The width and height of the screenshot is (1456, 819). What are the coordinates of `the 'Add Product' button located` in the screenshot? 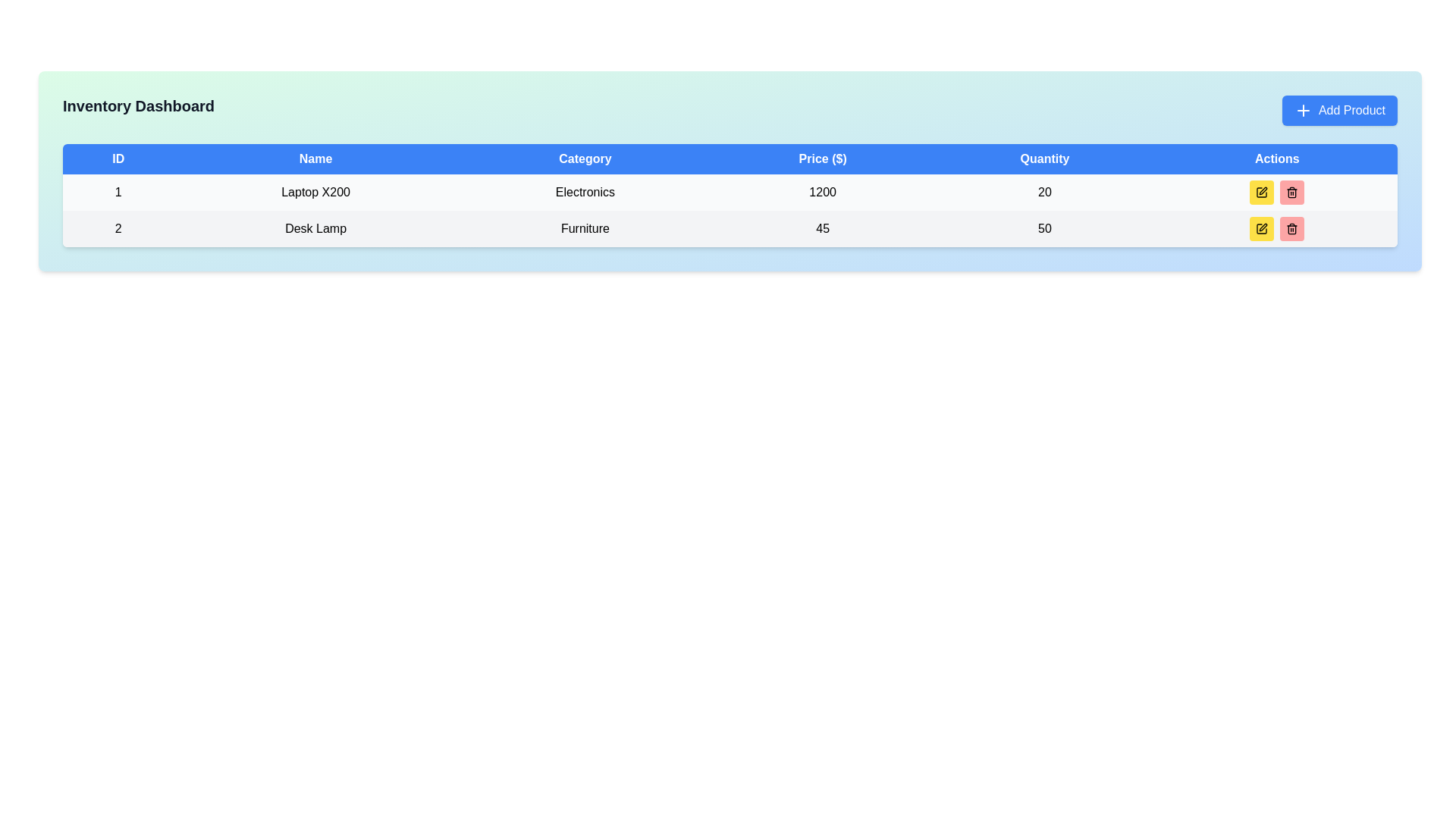 It's located at (1339, 110).